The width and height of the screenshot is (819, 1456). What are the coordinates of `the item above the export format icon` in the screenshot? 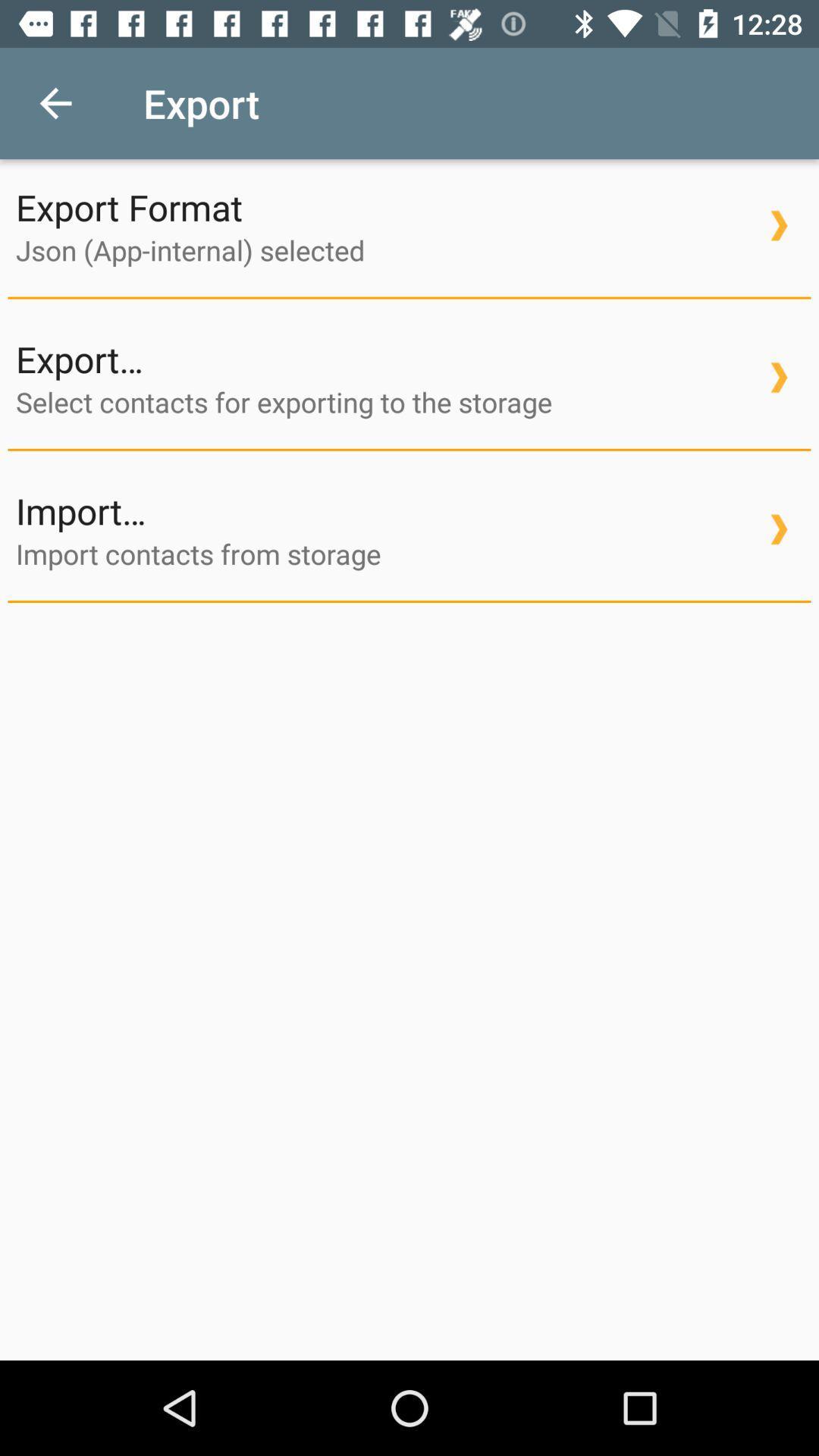 It's located at (55, 102).